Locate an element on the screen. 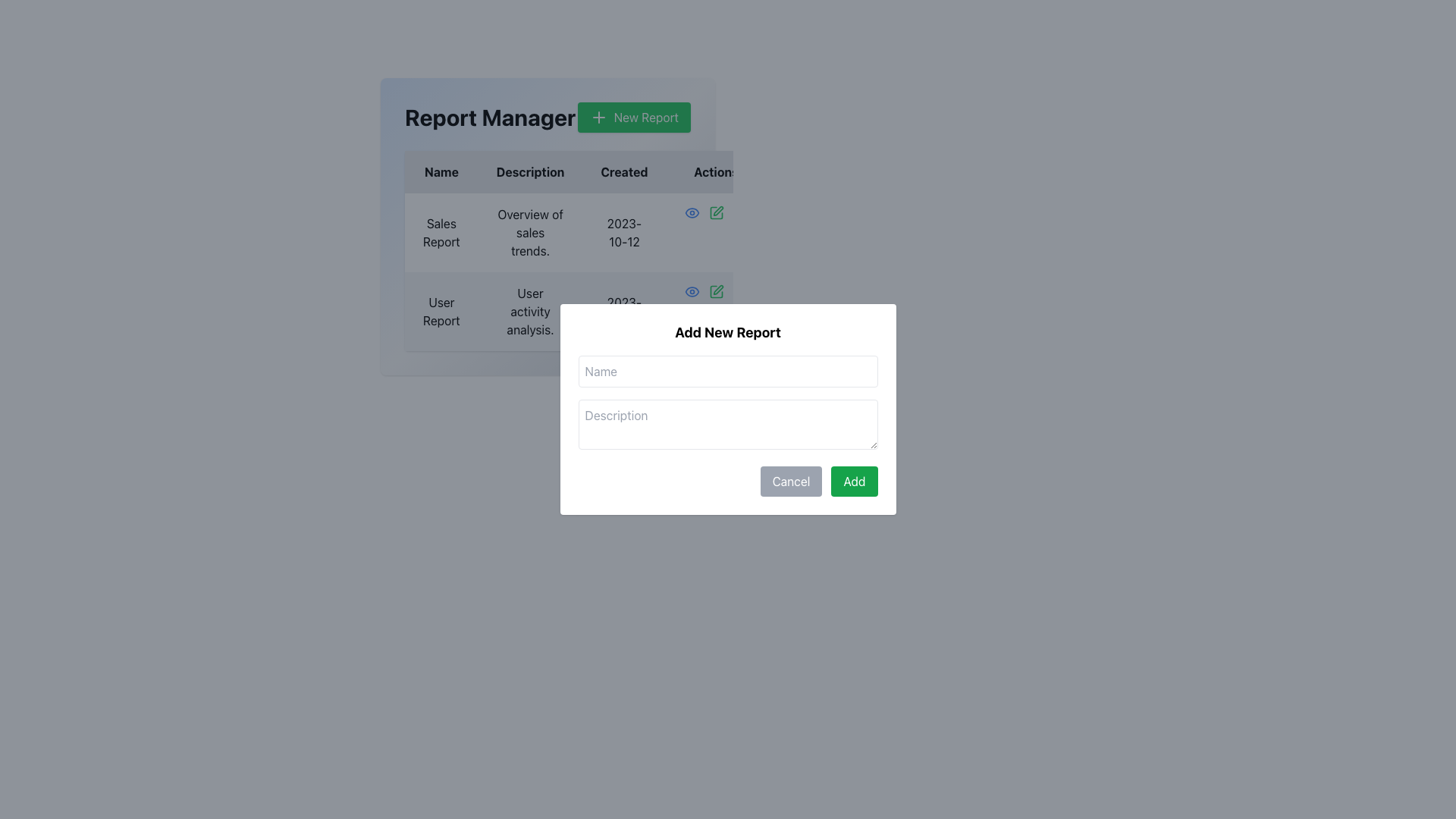  the first interactive icon in the action buttons for the 'Sales Report' row is located at coordinates (691, 213).